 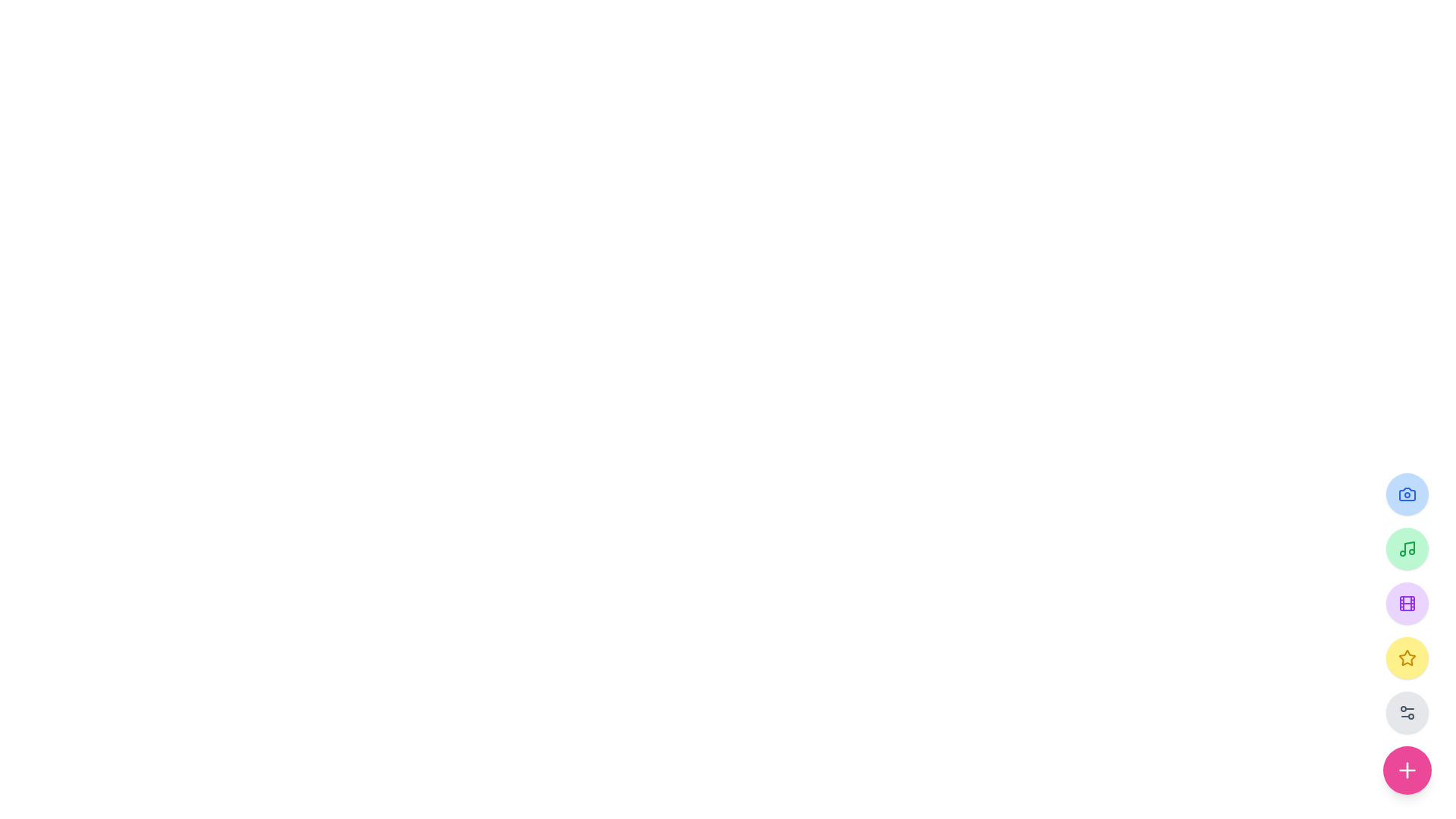 What do you see at coordinates (1407, 657) in the screenshot?
I see `the circular yellow button with a star icon to trigger a tooltip or visual feedback` at bounding box center [1407, 657].